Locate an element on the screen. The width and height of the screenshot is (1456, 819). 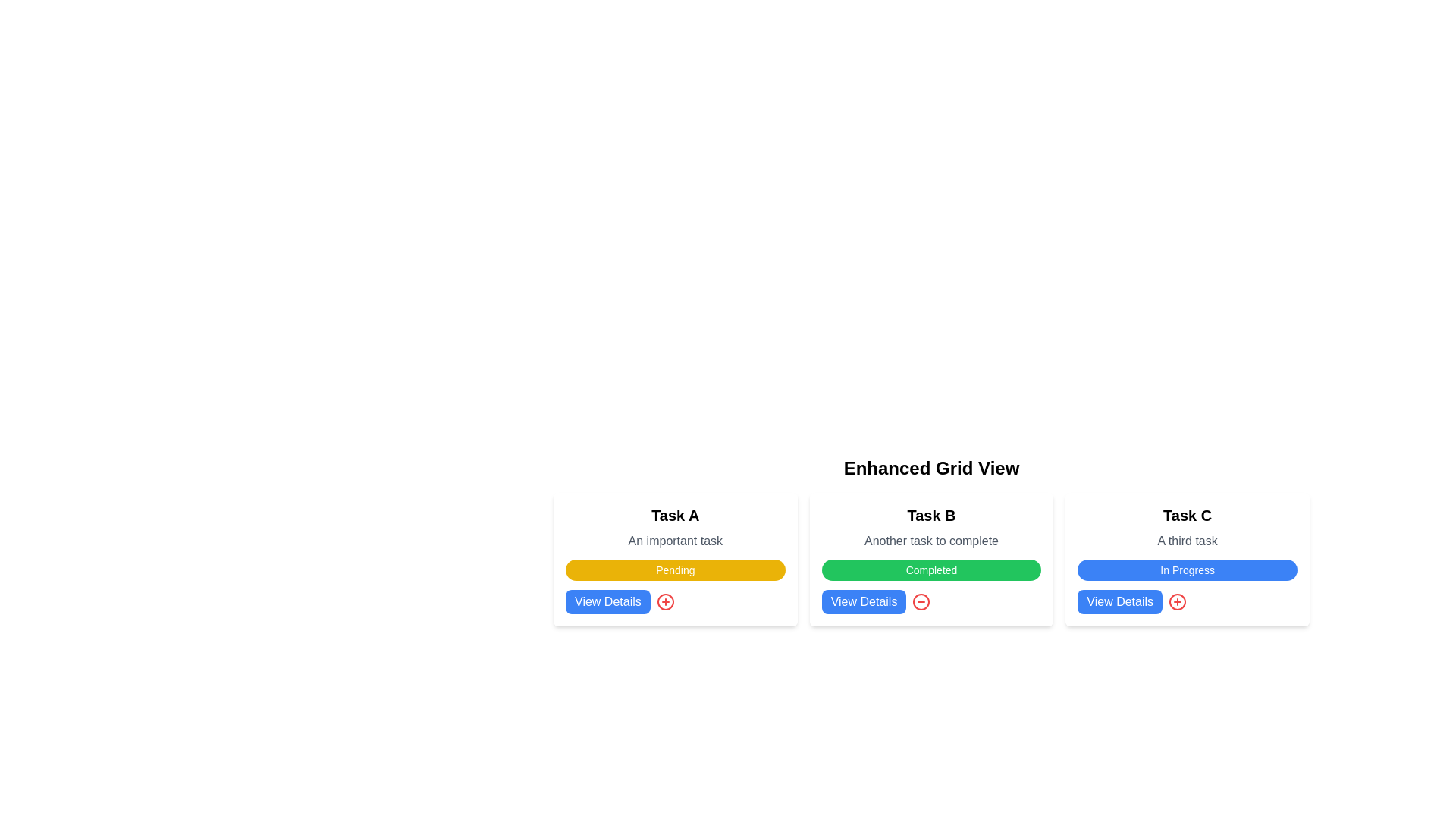
the interactive button located to the right of the 'View Details' button in the bottom-right corner of the 'Task C' card is located at coordinates (1177, 601).